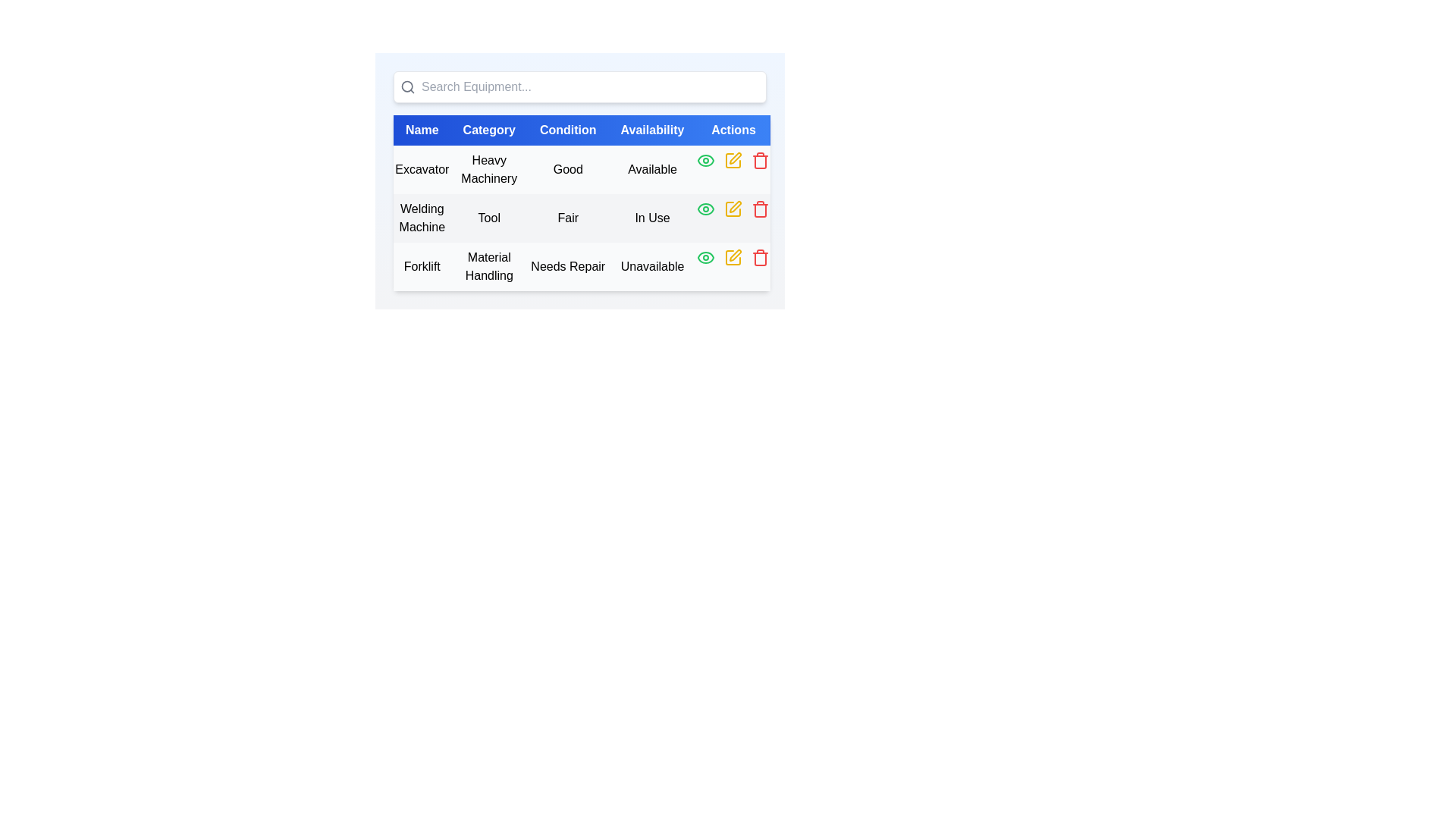 The width and height of the screenshot is (1456, 819). What do you see at coordinates (705, 209) in the screenshot?
I see `the eye-shaped icon in the Actions column of the second row of the data table` at bounding box center [705, 209].